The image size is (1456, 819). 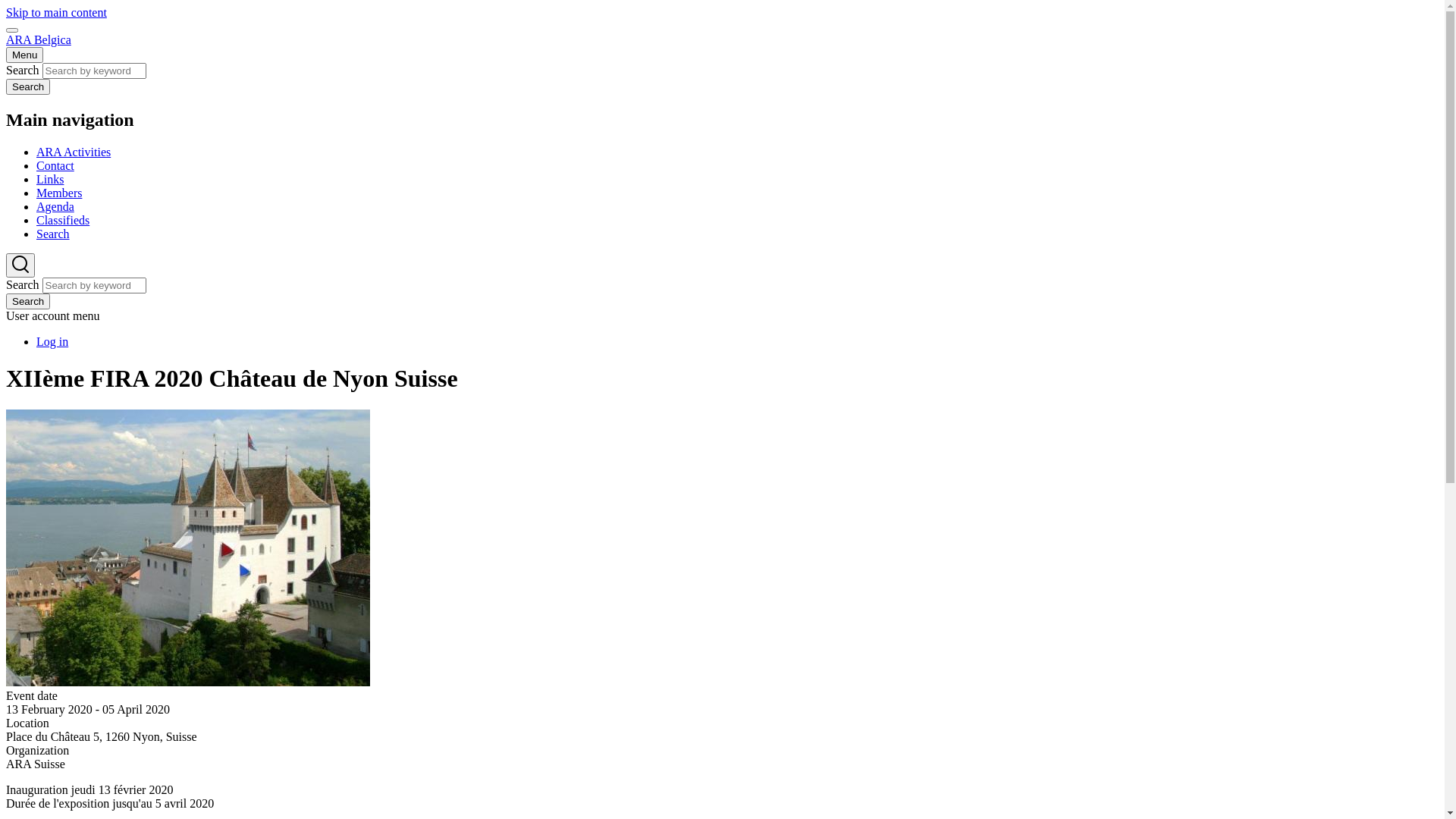 I want to click on 'Agenda', so click(x=55, y=206).